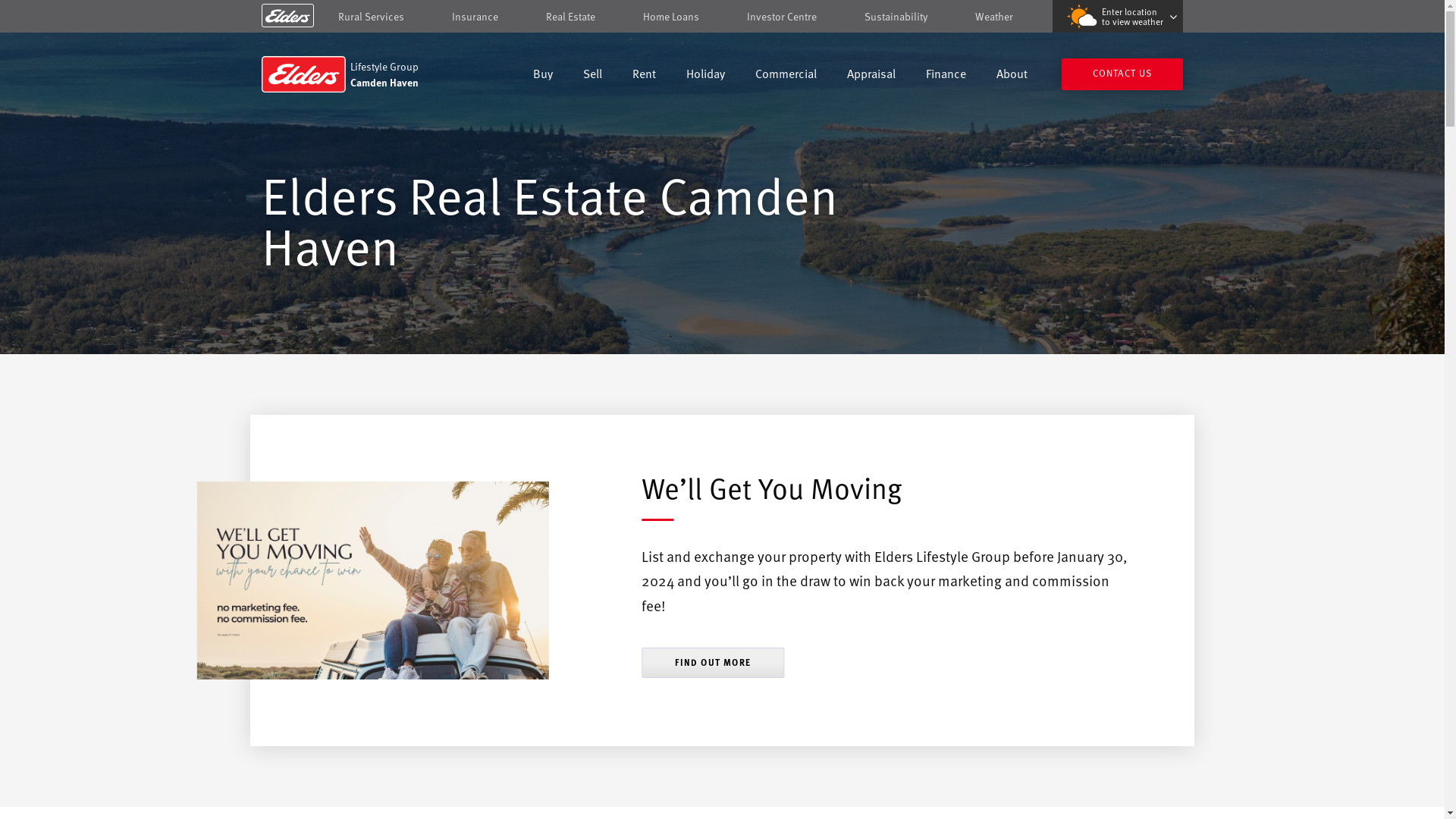 This screenshot has height=819, width=1456. What do you see at coordinates (945, 75) in the screenshot?
I see `'Finance'` at bounding box center [945, 75].